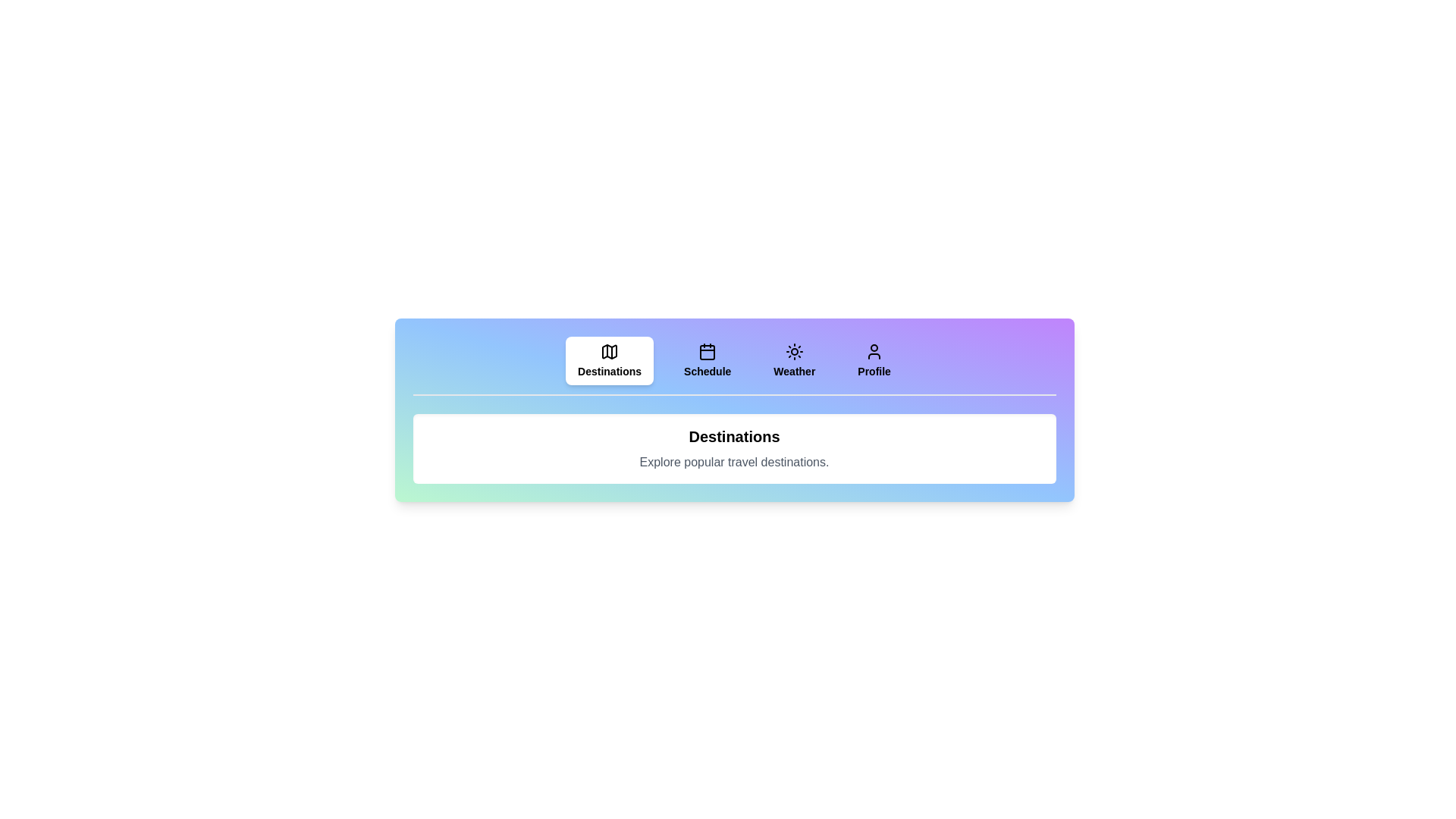 The image size is (1456, 819). What do you see at coordinates (707, 360) in the screenshot?
I see `the Schedule tab to see its hover effect` at bounding box center [707, 360].